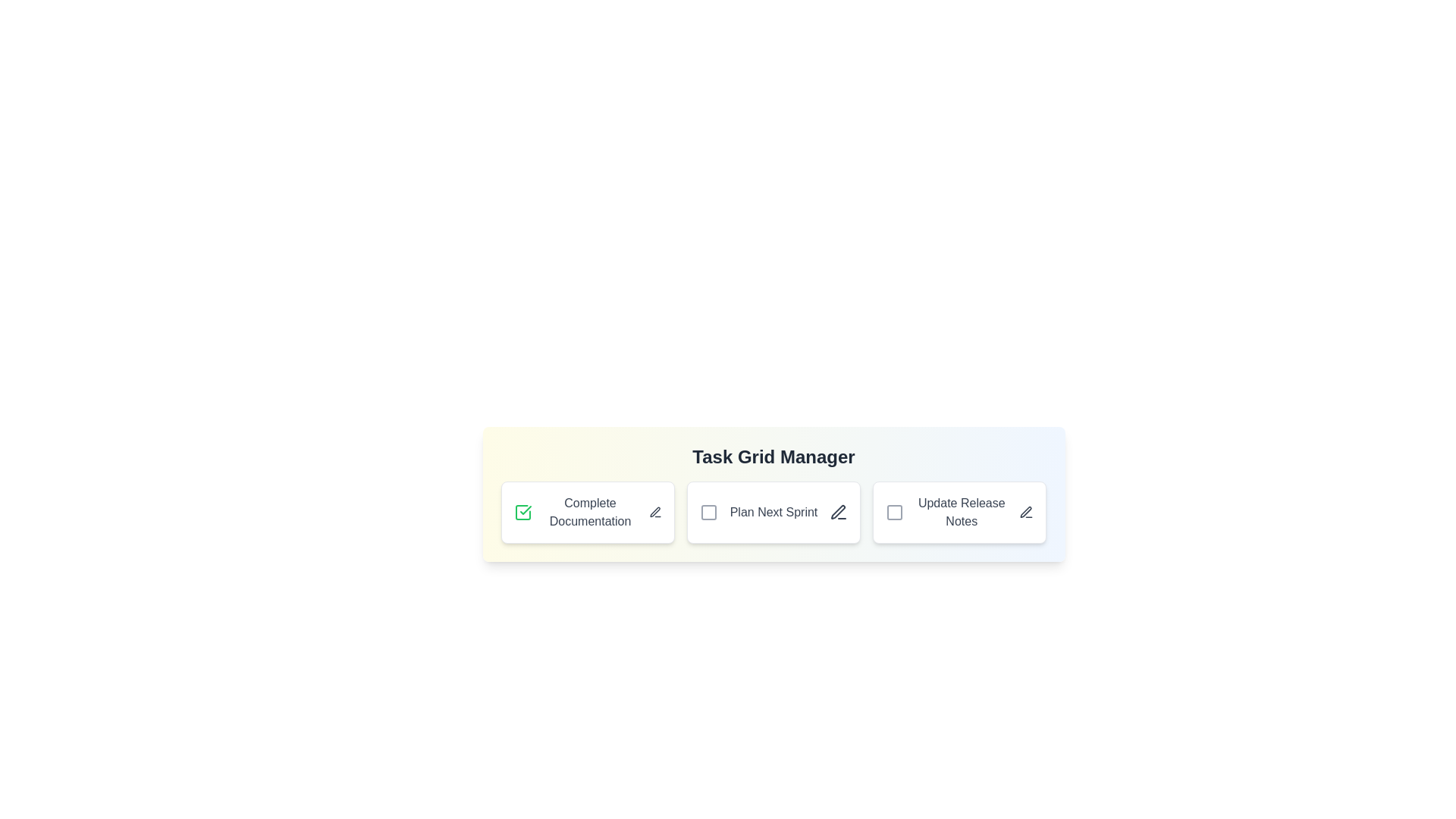  Describe the element at coordinates (837, 512) in the screenshot. I see `the edit icon next to the task titled 'Plan Next Sprint' to initiate editing` at that location.